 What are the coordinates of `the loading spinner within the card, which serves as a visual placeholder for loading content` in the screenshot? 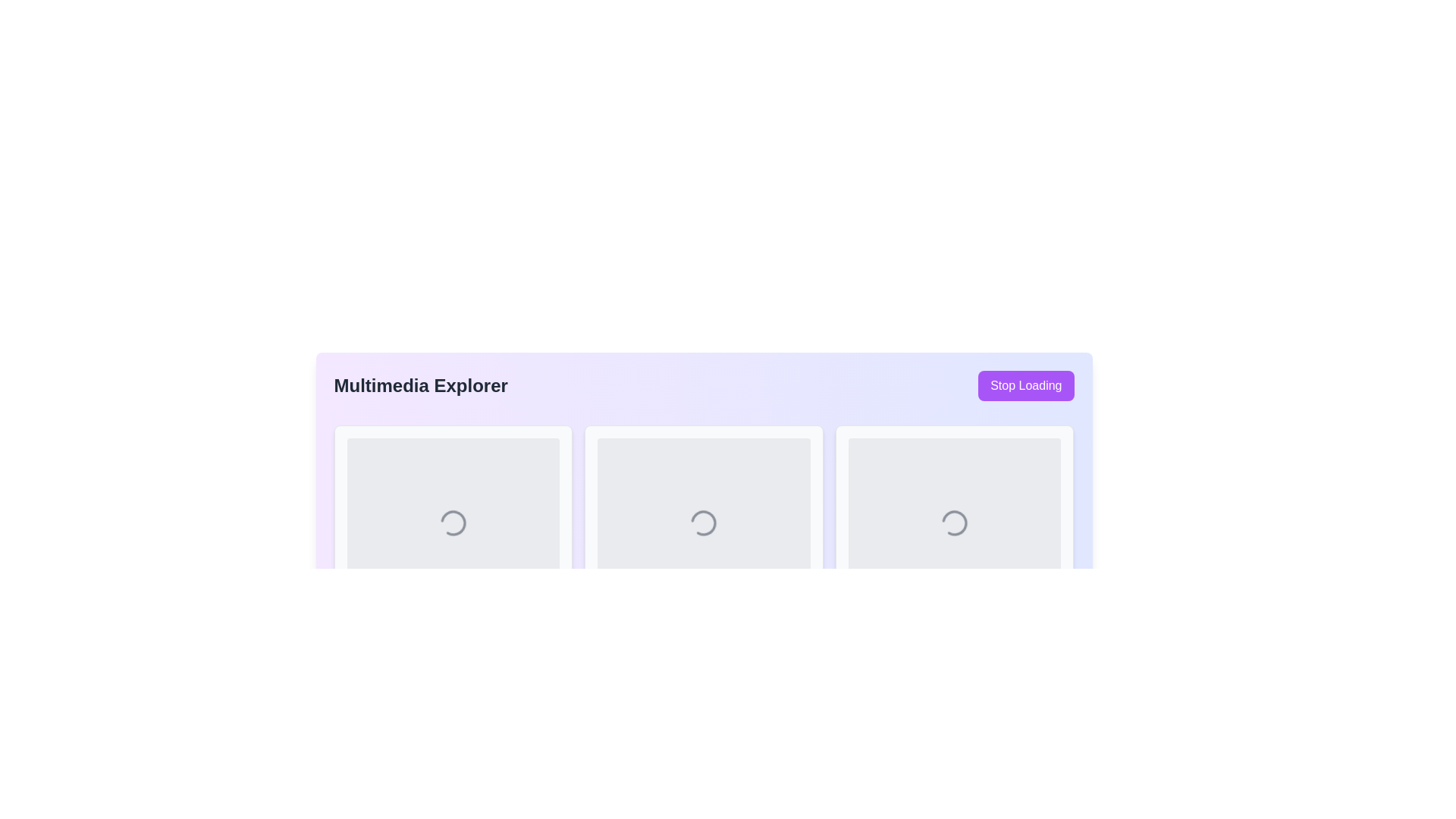 It's located at (703, 522).